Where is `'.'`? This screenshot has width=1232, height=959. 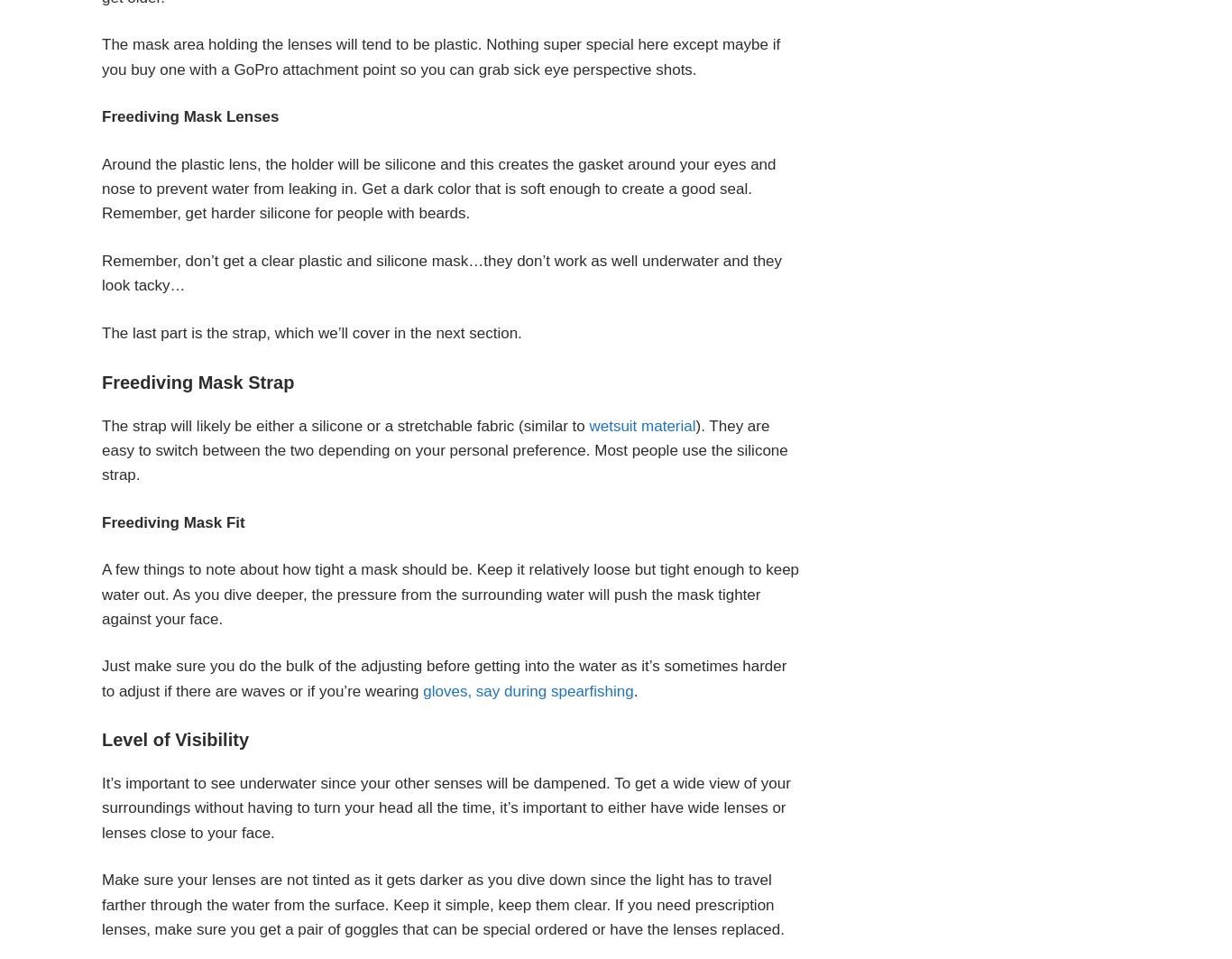 '.' is located at coordinates (635, 689).